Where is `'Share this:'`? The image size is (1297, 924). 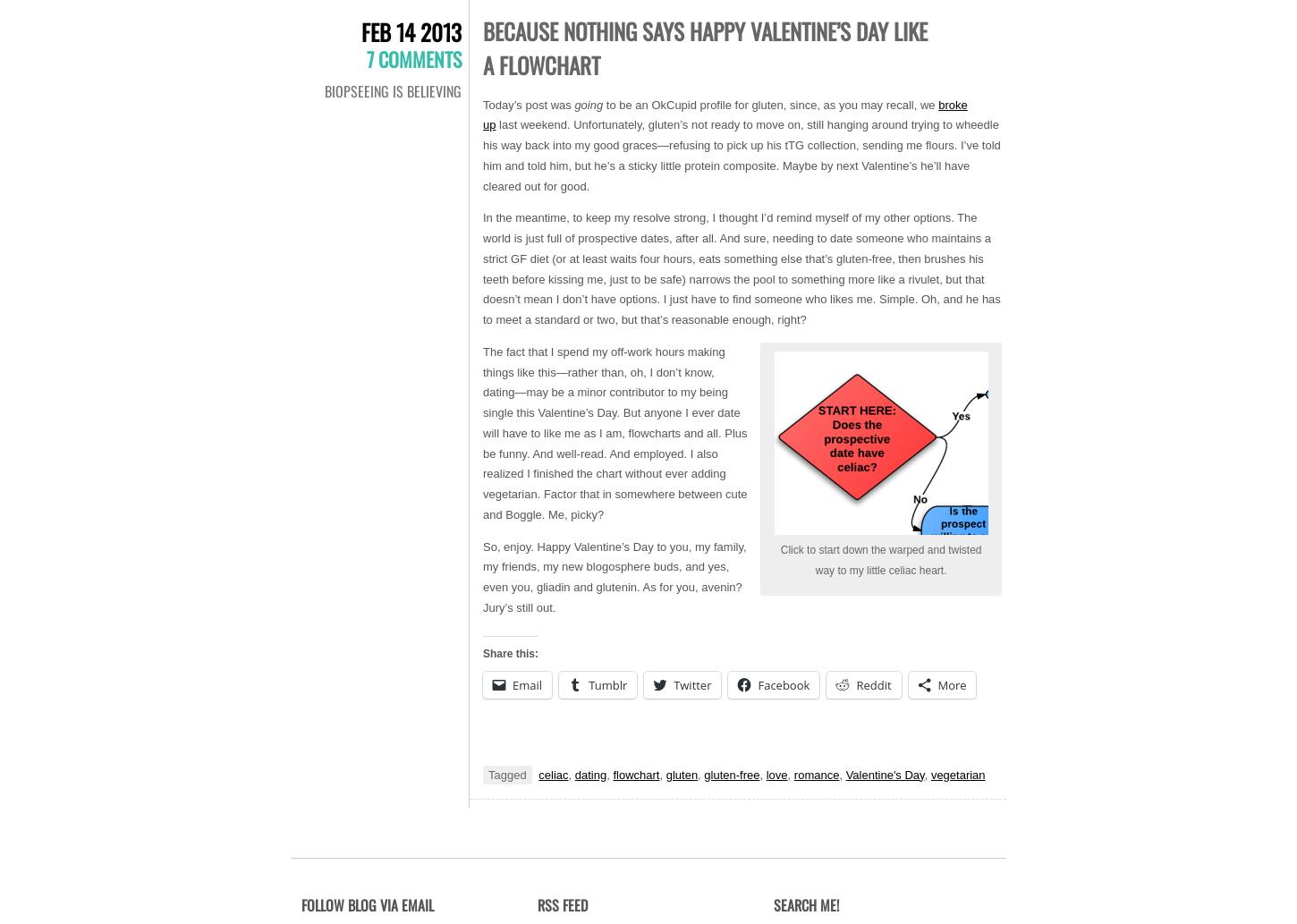 'Share this:' is located at coordinates (511, 653).